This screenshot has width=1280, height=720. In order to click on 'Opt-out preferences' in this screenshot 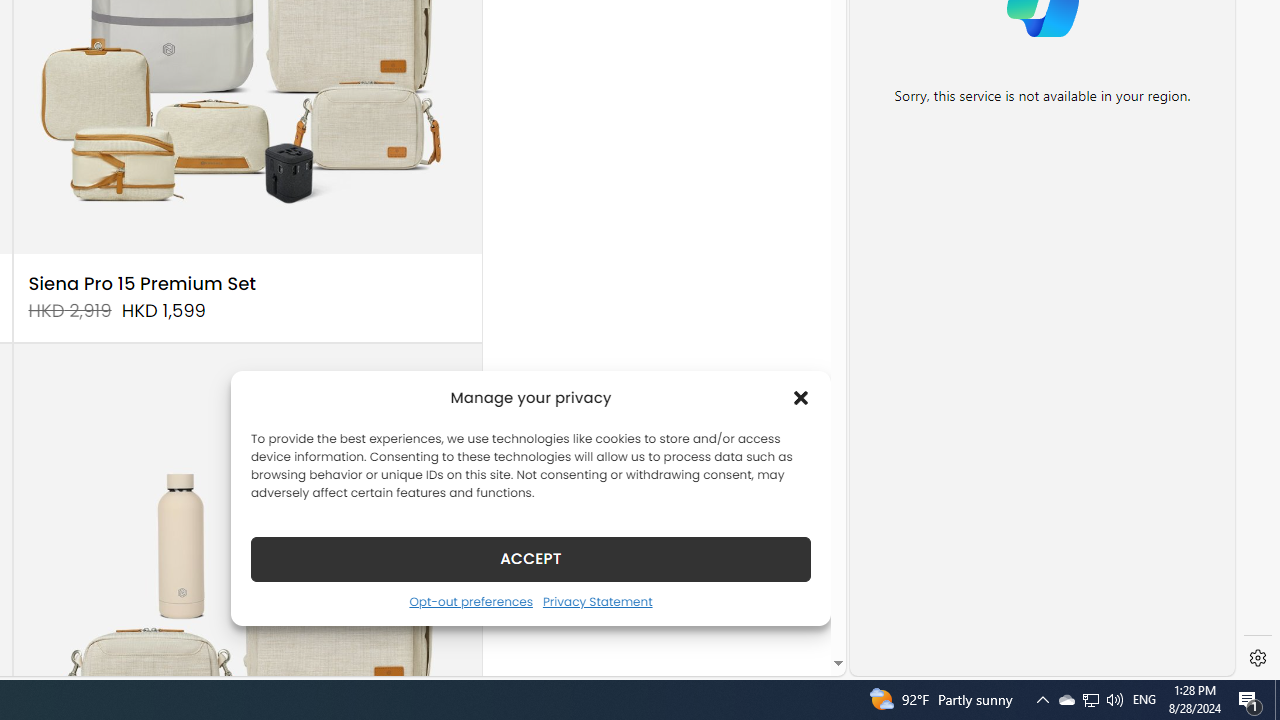, I will do `click(470, 600)`.